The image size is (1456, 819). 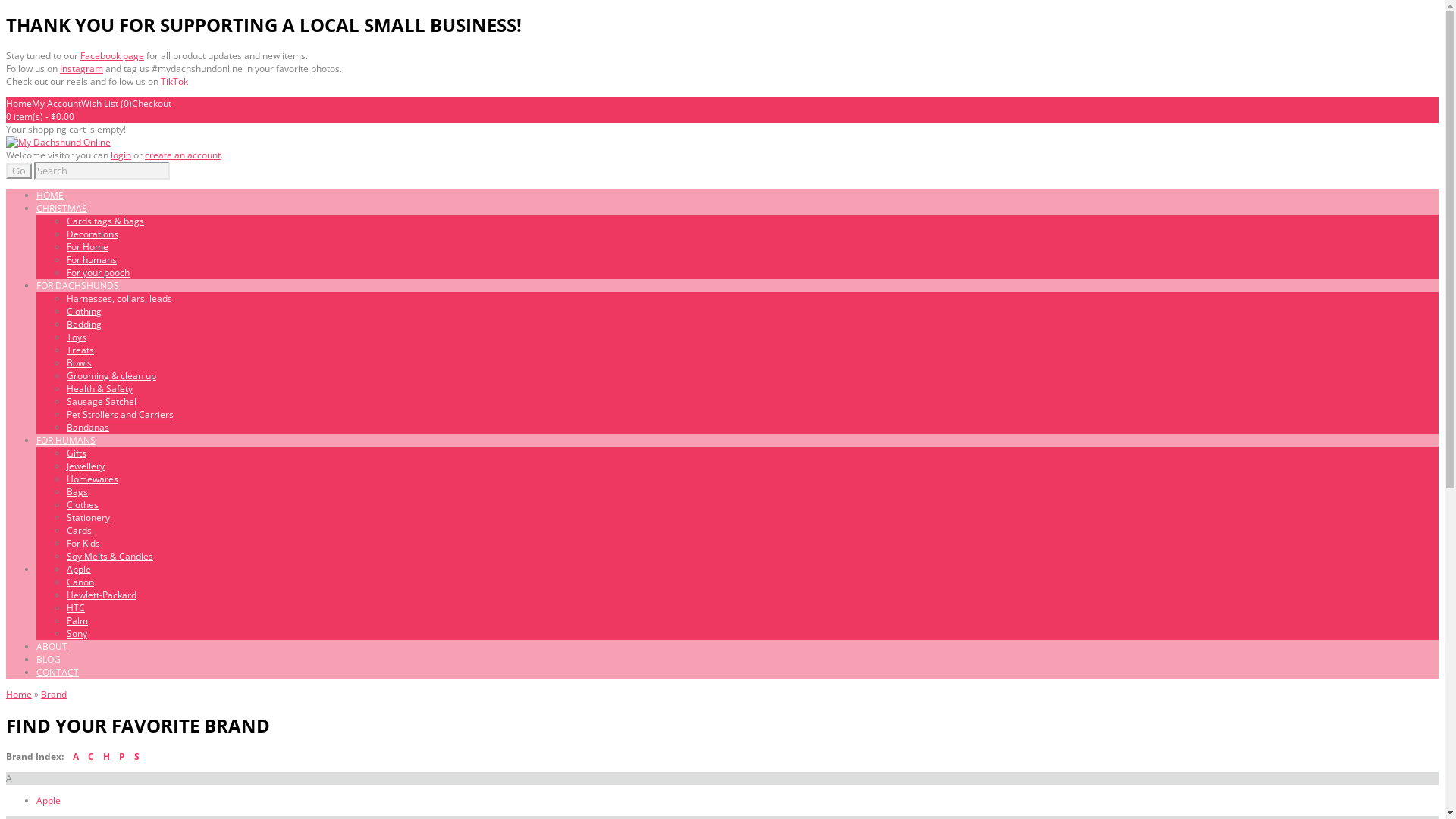 I want to click on 'Bedding', so click(x=83, y=323).